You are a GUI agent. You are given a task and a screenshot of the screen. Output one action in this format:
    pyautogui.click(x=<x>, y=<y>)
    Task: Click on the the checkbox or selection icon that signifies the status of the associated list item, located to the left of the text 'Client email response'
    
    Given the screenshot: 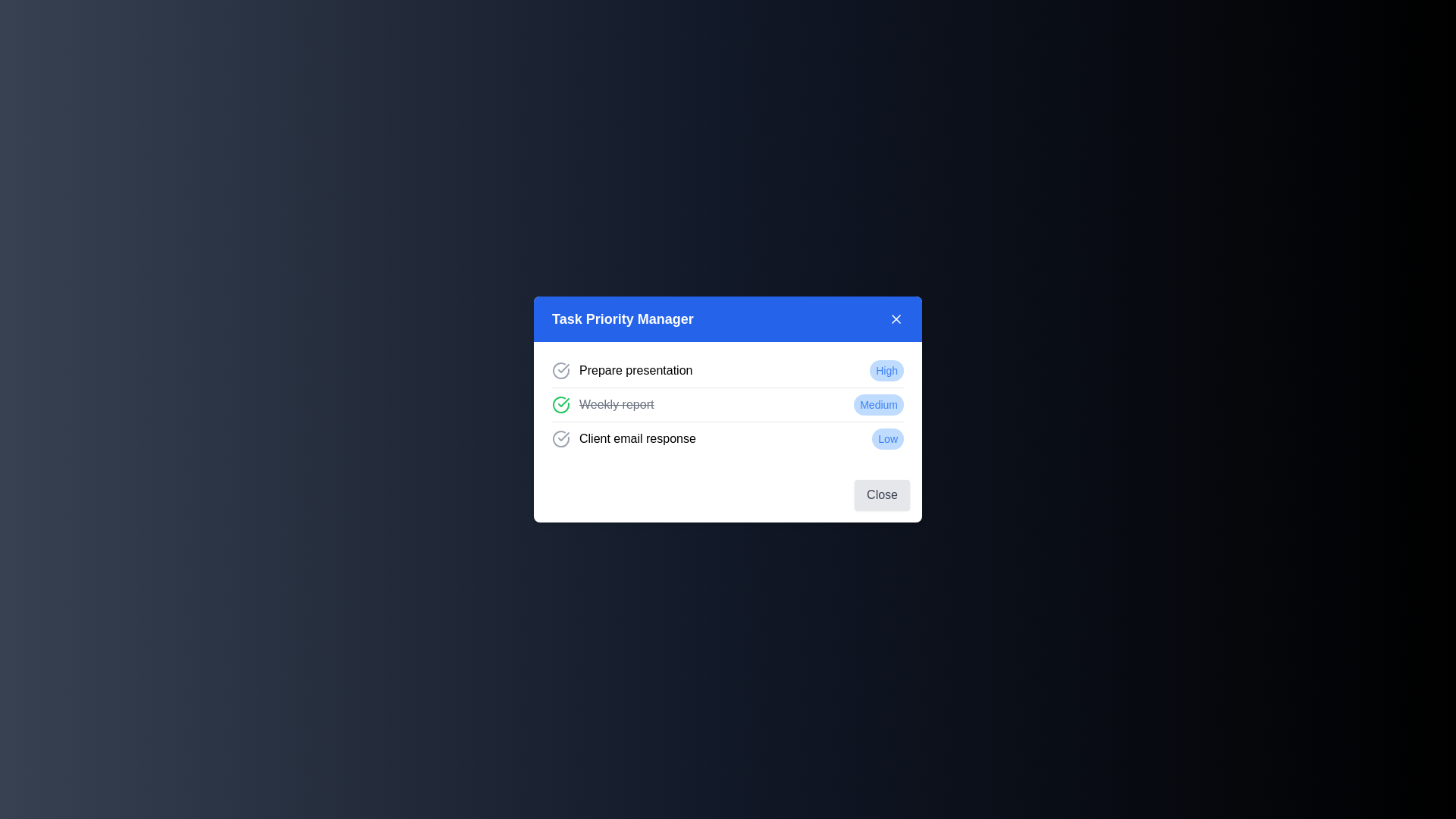 What is the action you would take?
    pyautogui.click(x=560, y=438)
    